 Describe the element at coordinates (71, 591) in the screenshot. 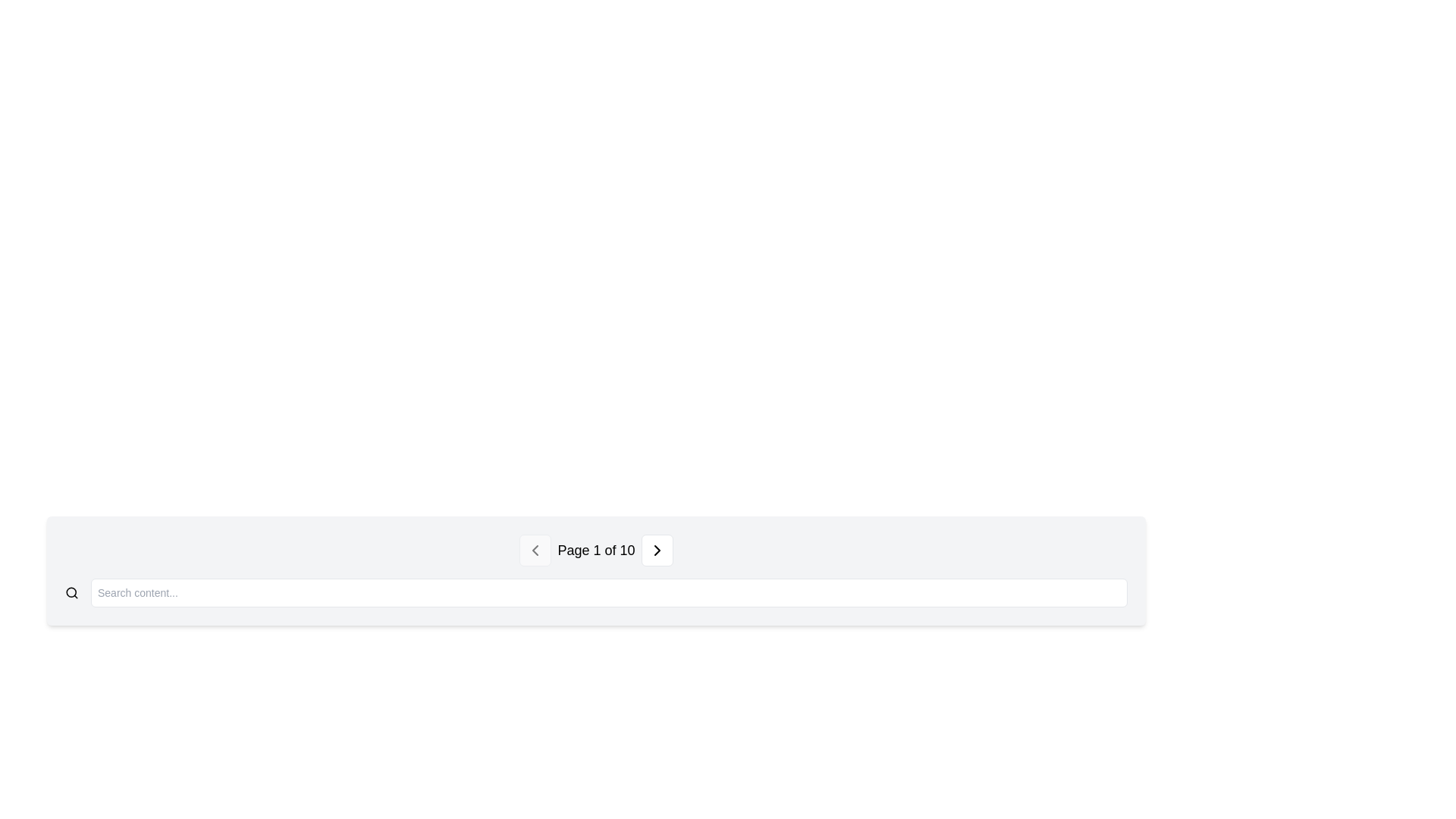

I see `the circular part of the search icon located at the left end of the horizontal search input bar` at that location.